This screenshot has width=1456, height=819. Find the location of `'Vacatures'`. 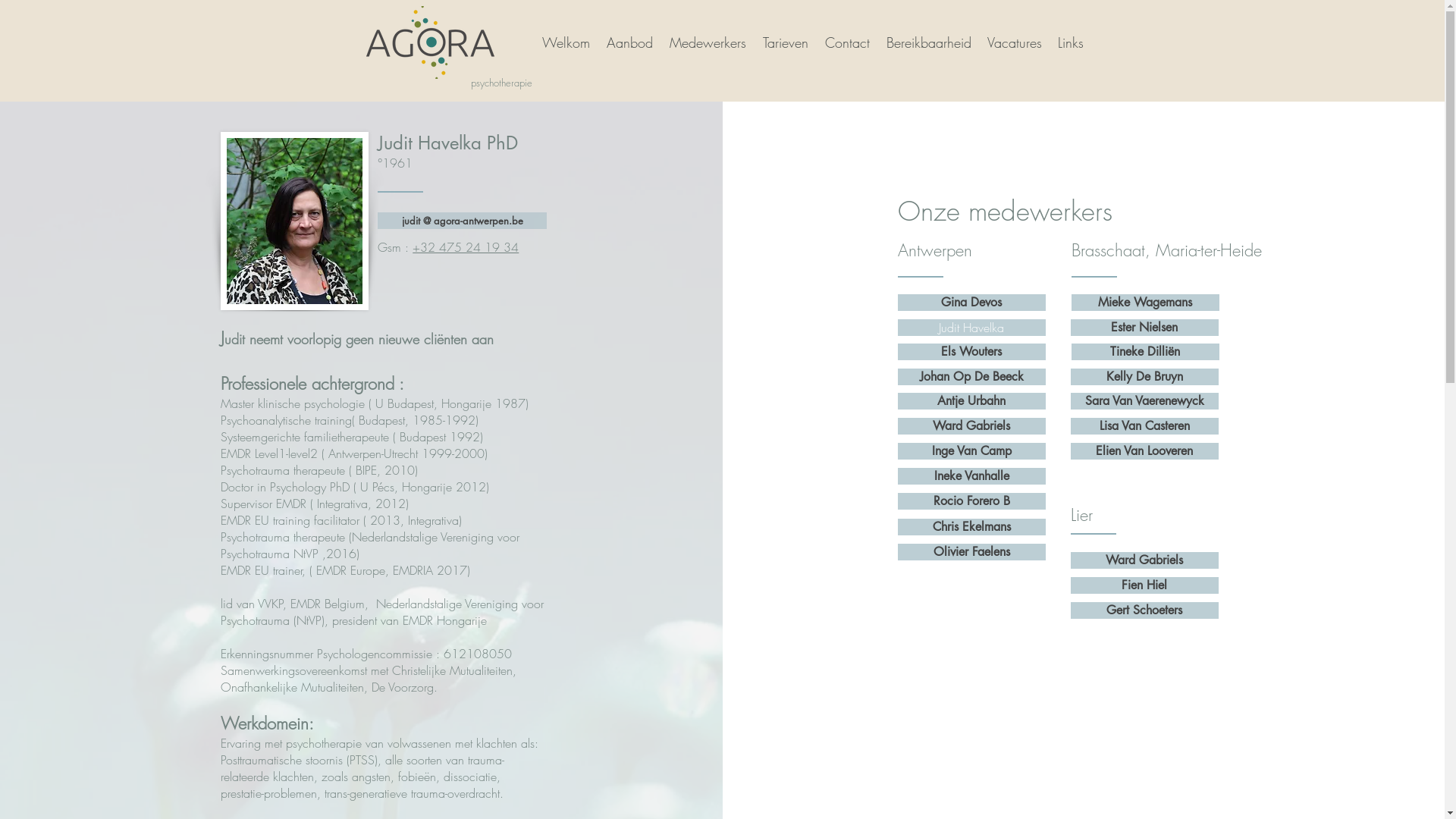

'Vacatures' is located at coordinates (978, 42).